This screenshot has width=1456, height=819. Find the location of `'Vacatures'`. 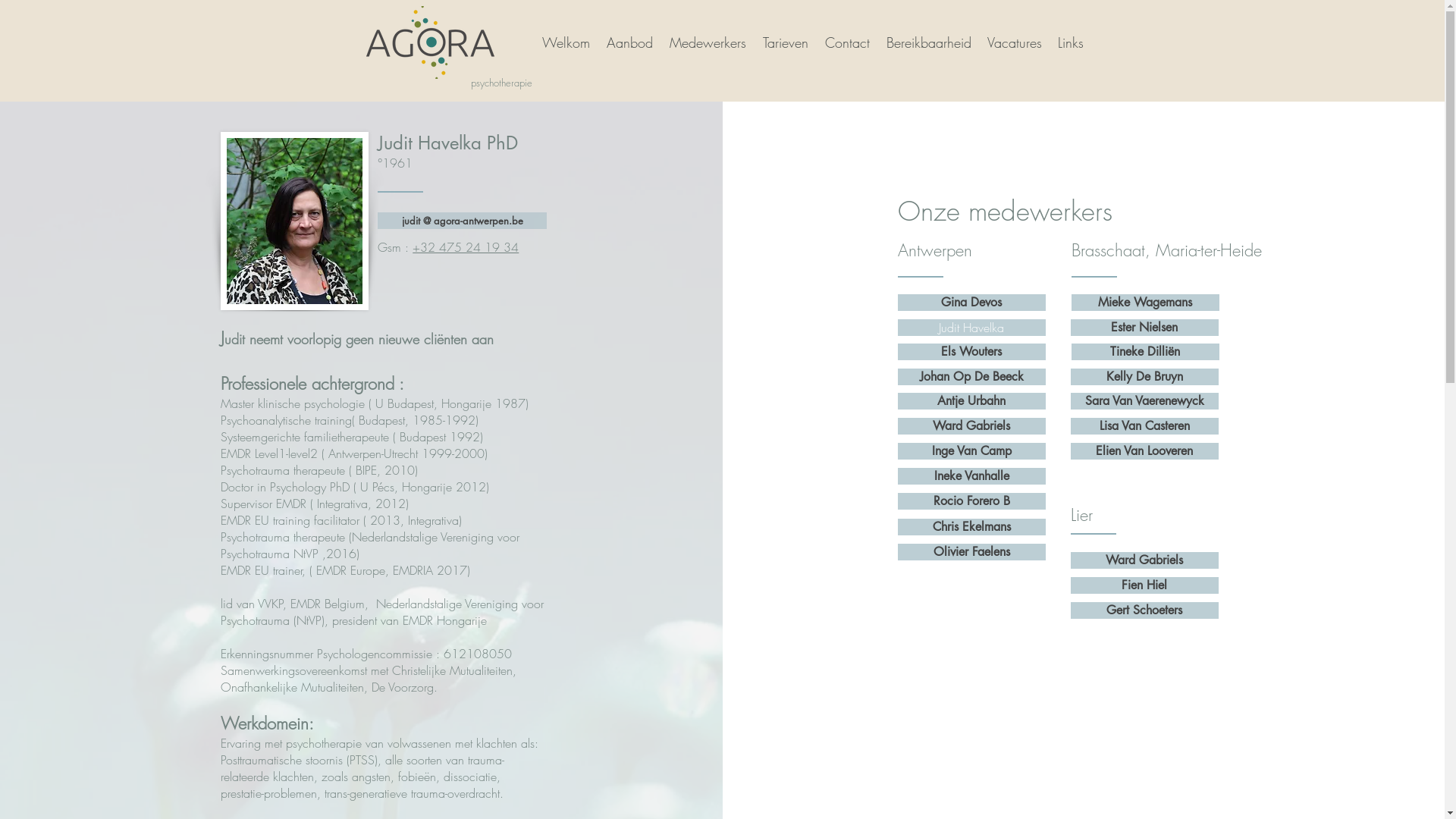

'Vacatures' is located at coordinates (978, 42).